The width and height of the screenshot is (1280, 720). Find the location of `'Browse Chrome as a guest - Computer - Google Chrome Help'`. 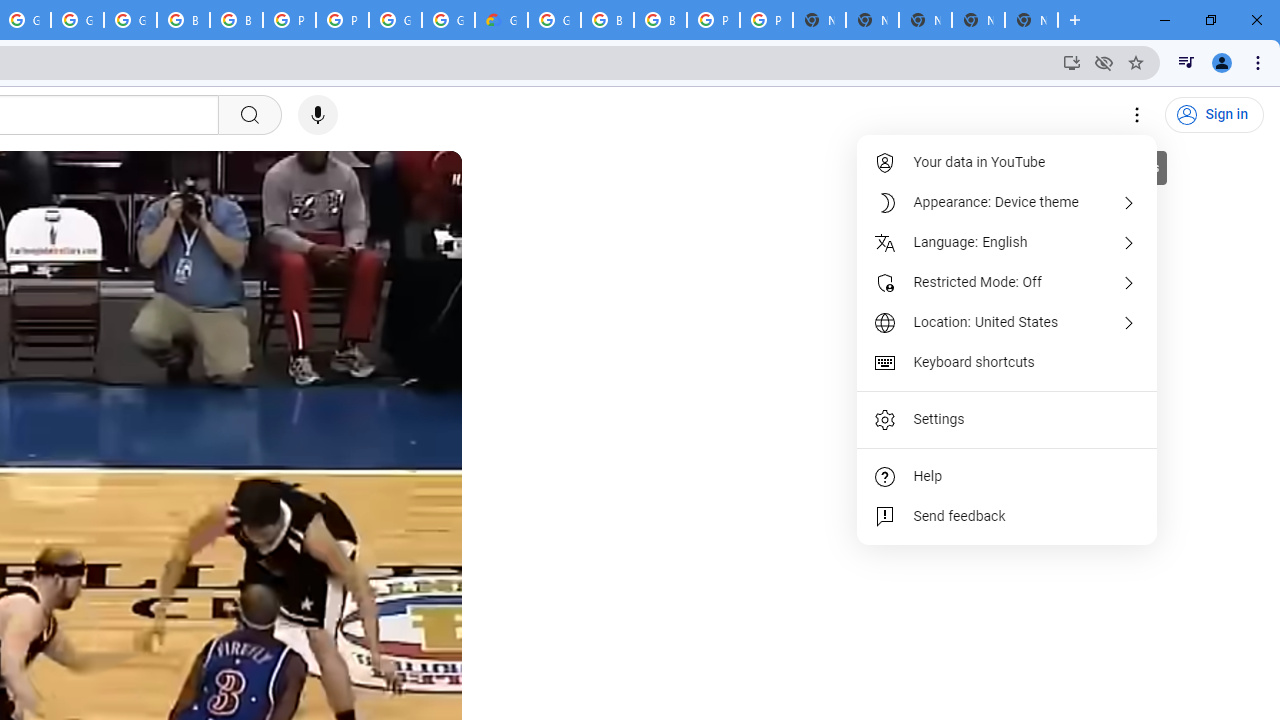

'Browse Chrome as a guest - Computer - Google Chrome Help' is located at coordinates (183, 20).